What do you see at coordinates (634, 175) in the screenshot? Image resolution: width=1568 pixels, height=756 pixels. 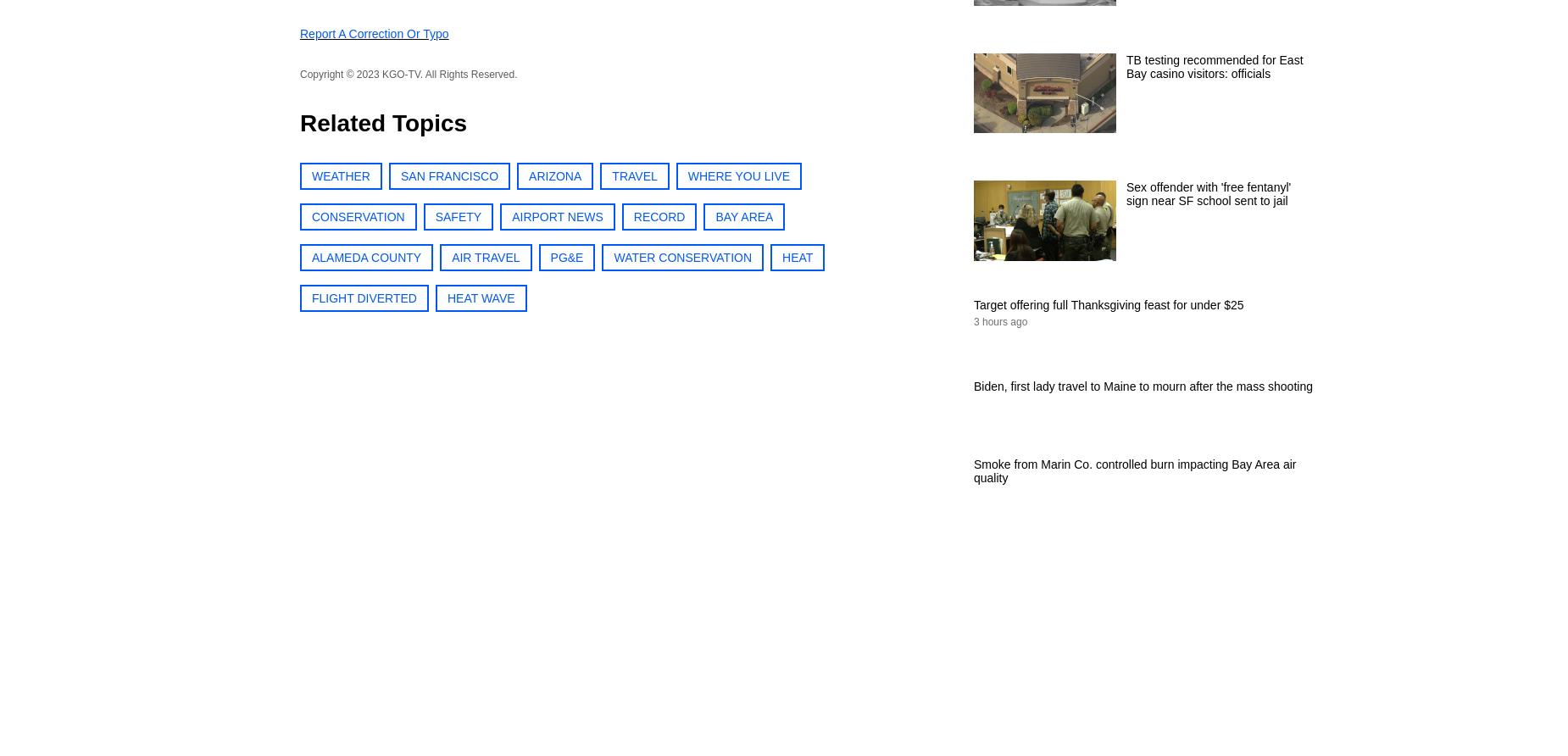 I see `'TRAVEL'` at bounding box center [634, 175].